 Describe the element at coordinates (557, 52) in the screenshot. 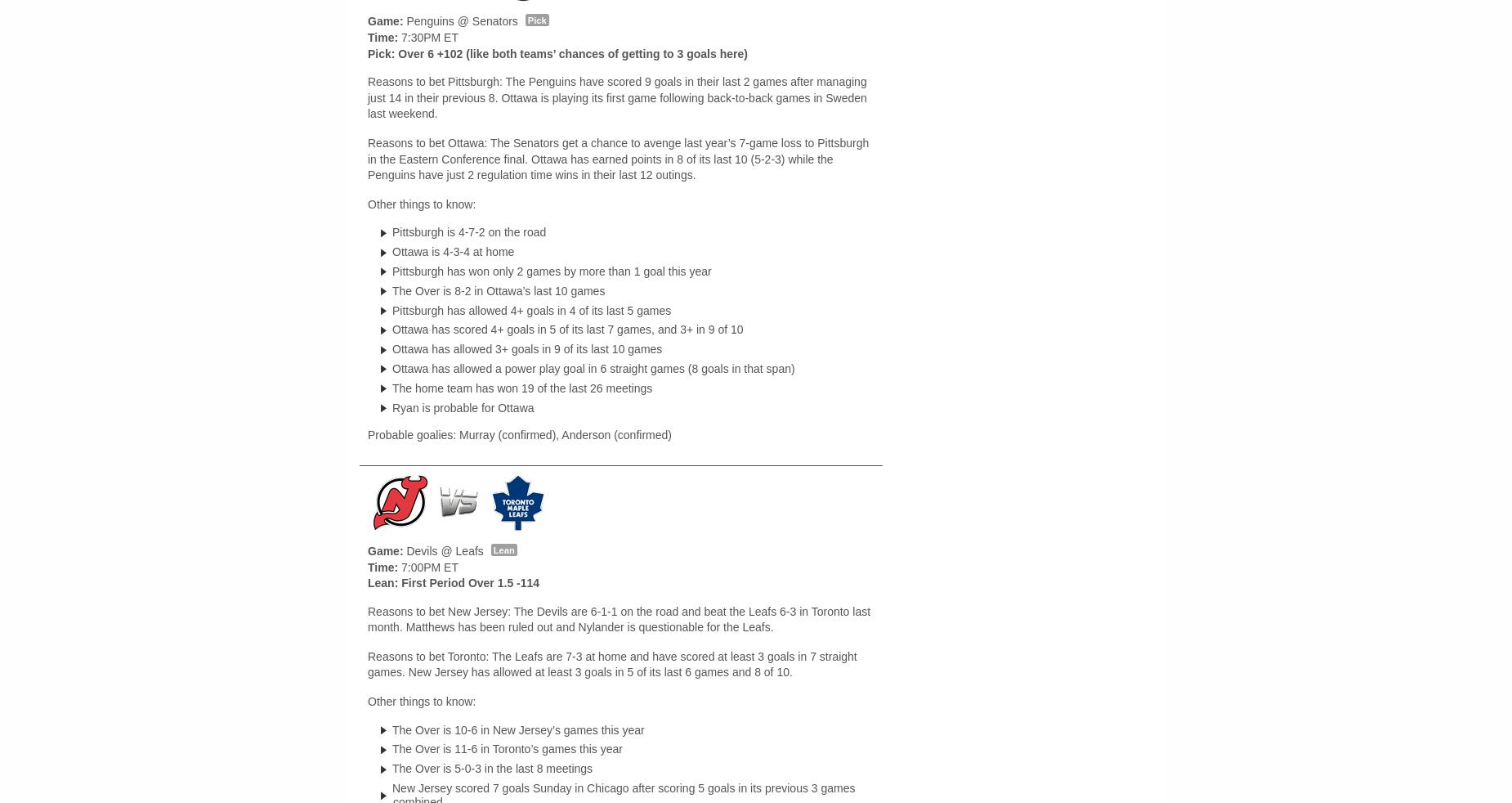

I see `'Pick: Over 6 +102 (like both teams’ chances of getting to 3 goals here)'` at that location.